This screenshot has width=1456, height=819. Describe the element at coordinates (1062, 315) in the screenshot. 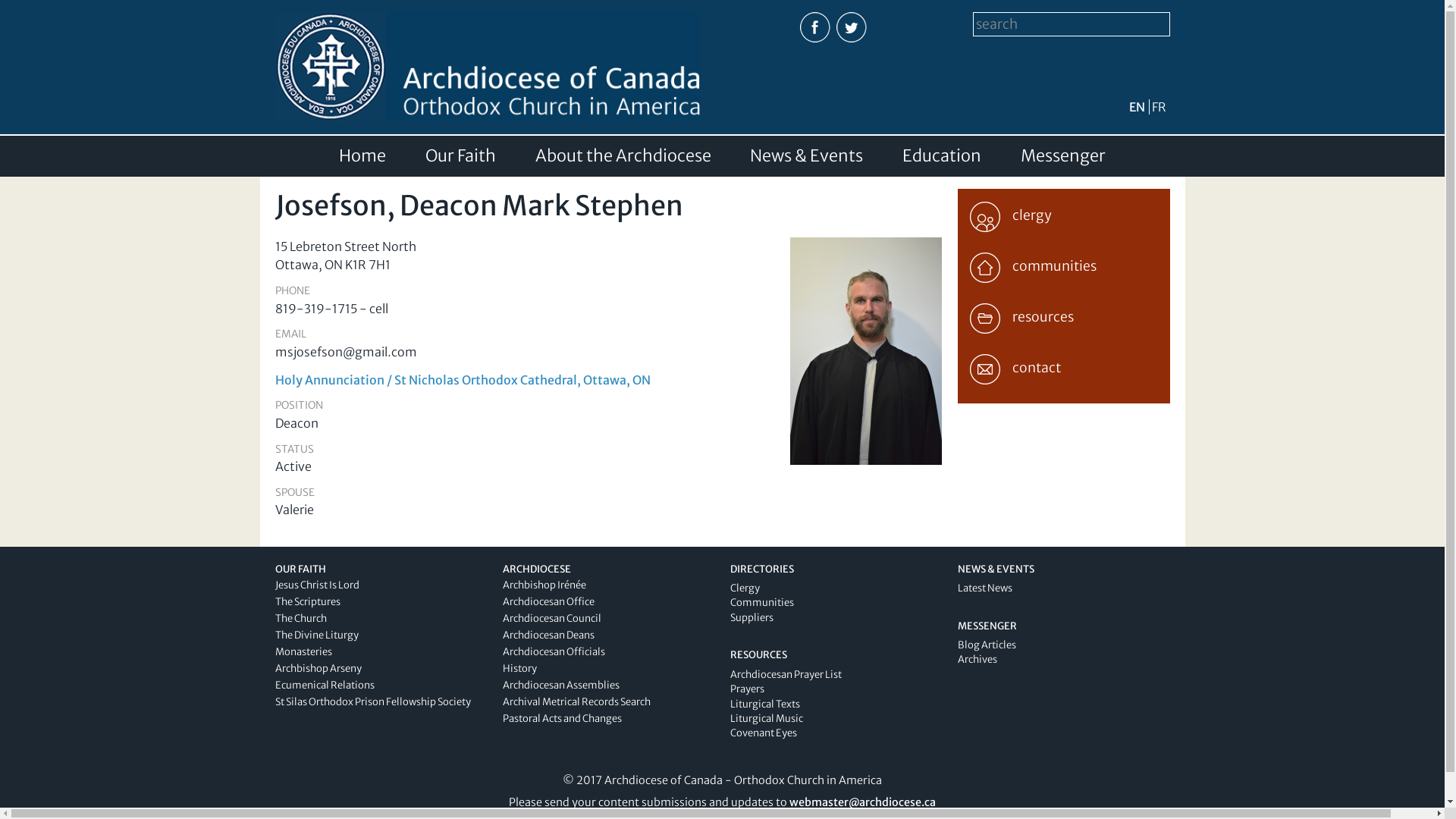

I see `'resources'` at that location.